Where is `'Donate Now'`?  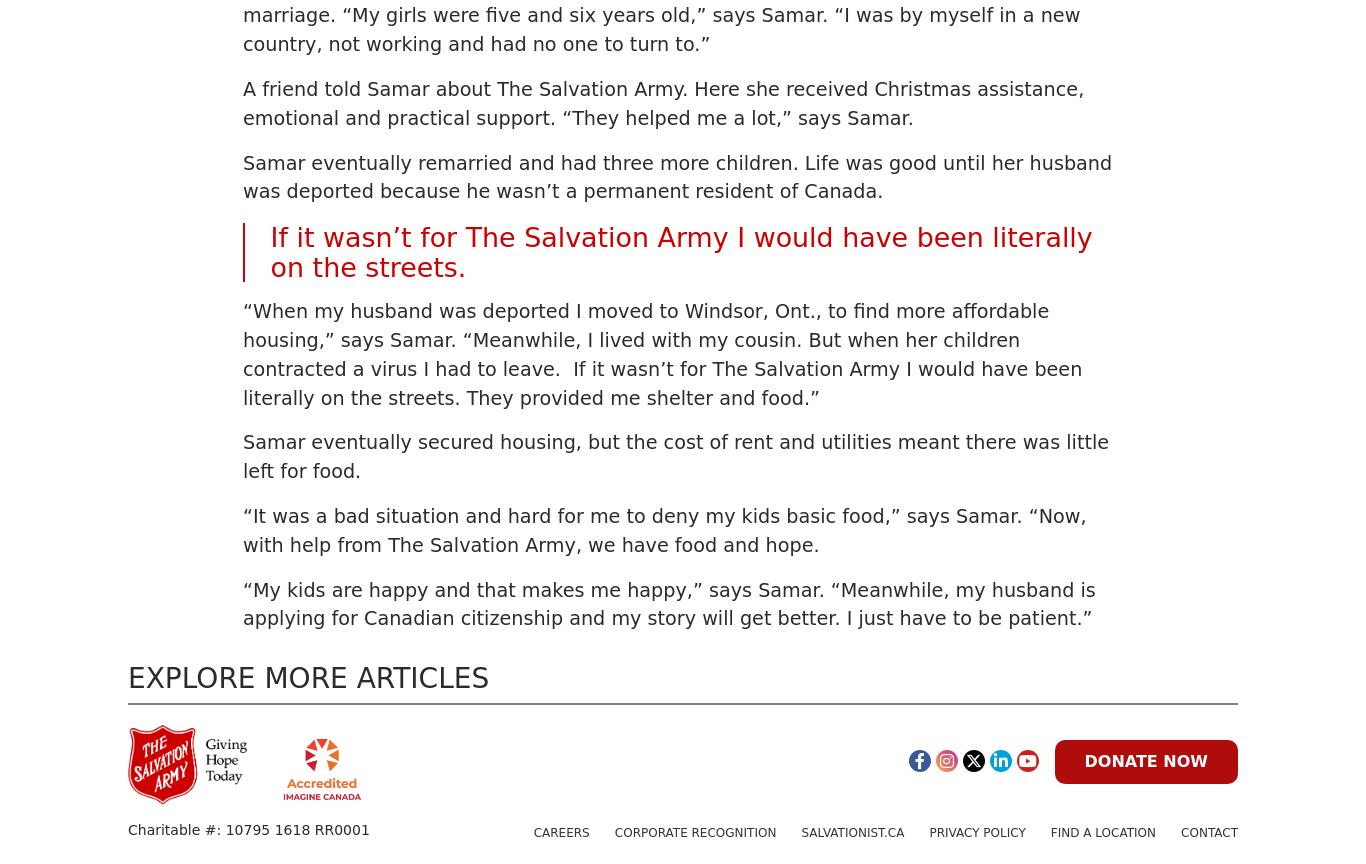 'Donate Now' is located at coordinates (1083, 760).